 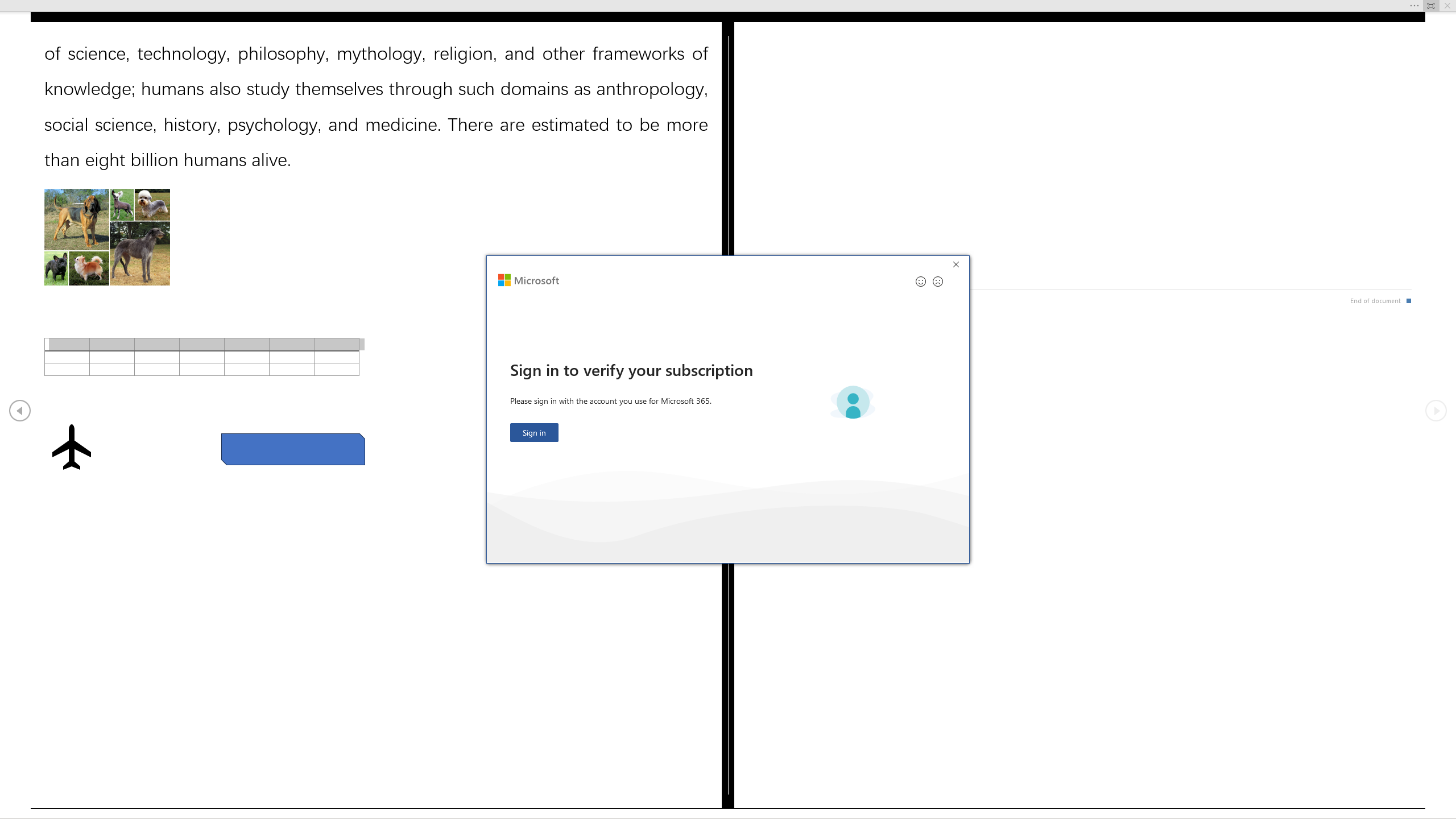 I want to click on 'Morphological variation in six dogs', so click(x=106, y=237).